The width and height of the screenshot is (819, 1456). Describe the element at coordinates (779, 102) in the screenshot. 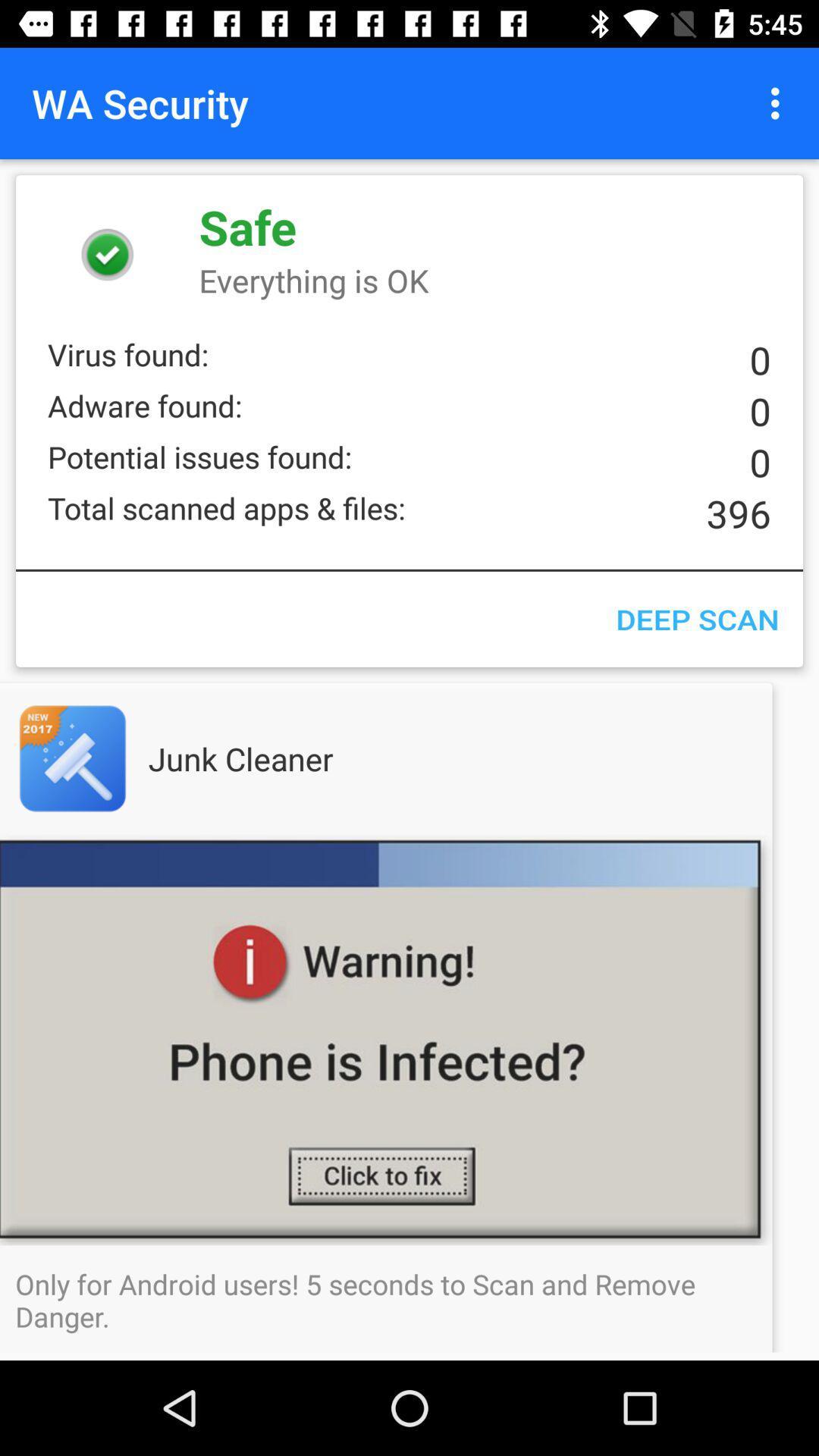

I see `icon to the right of the wa security item` at that location.